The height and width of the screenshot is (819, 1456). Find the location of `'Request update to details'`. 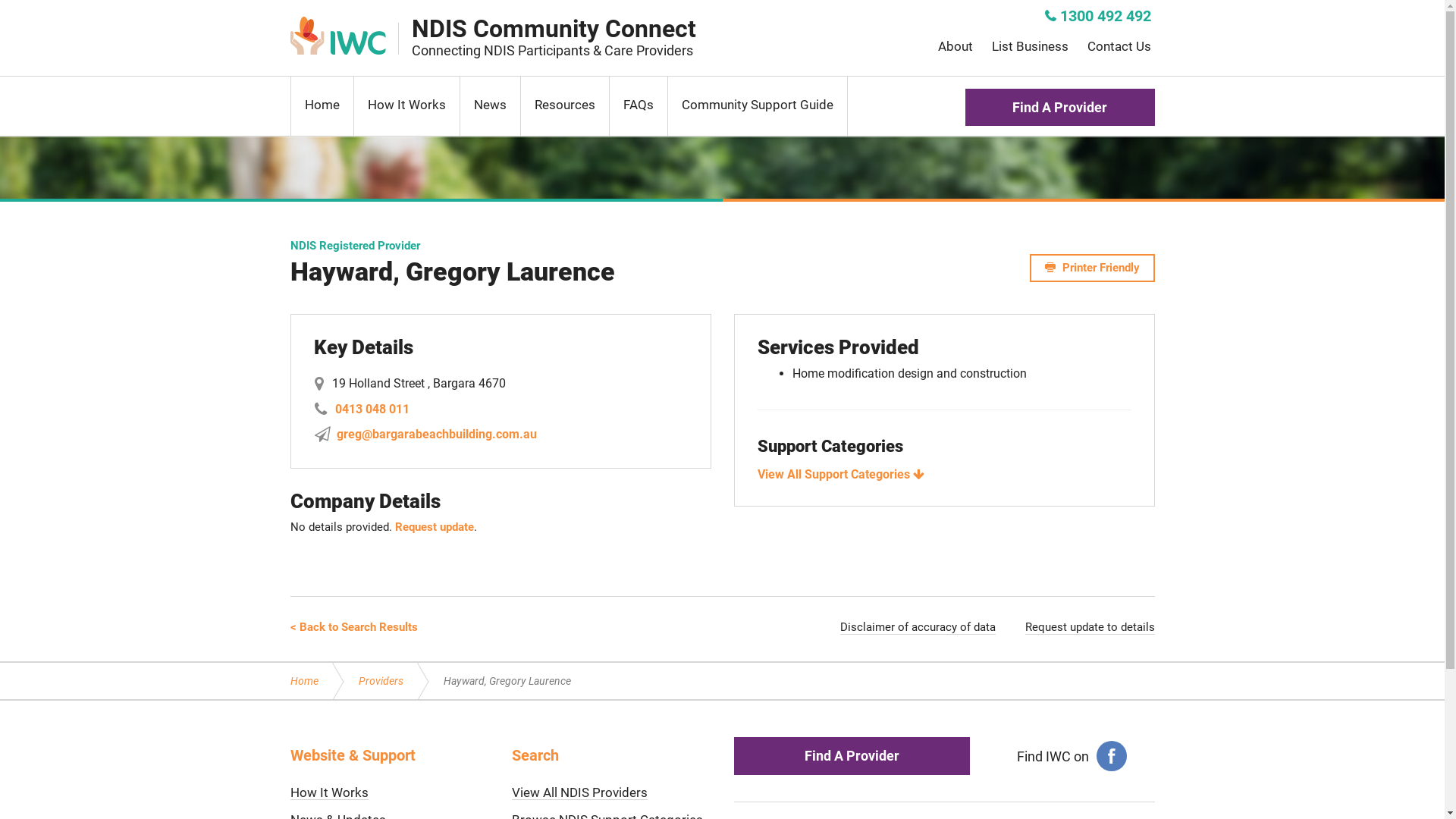

'Request update to details' is located at coordinates (1089, 627).